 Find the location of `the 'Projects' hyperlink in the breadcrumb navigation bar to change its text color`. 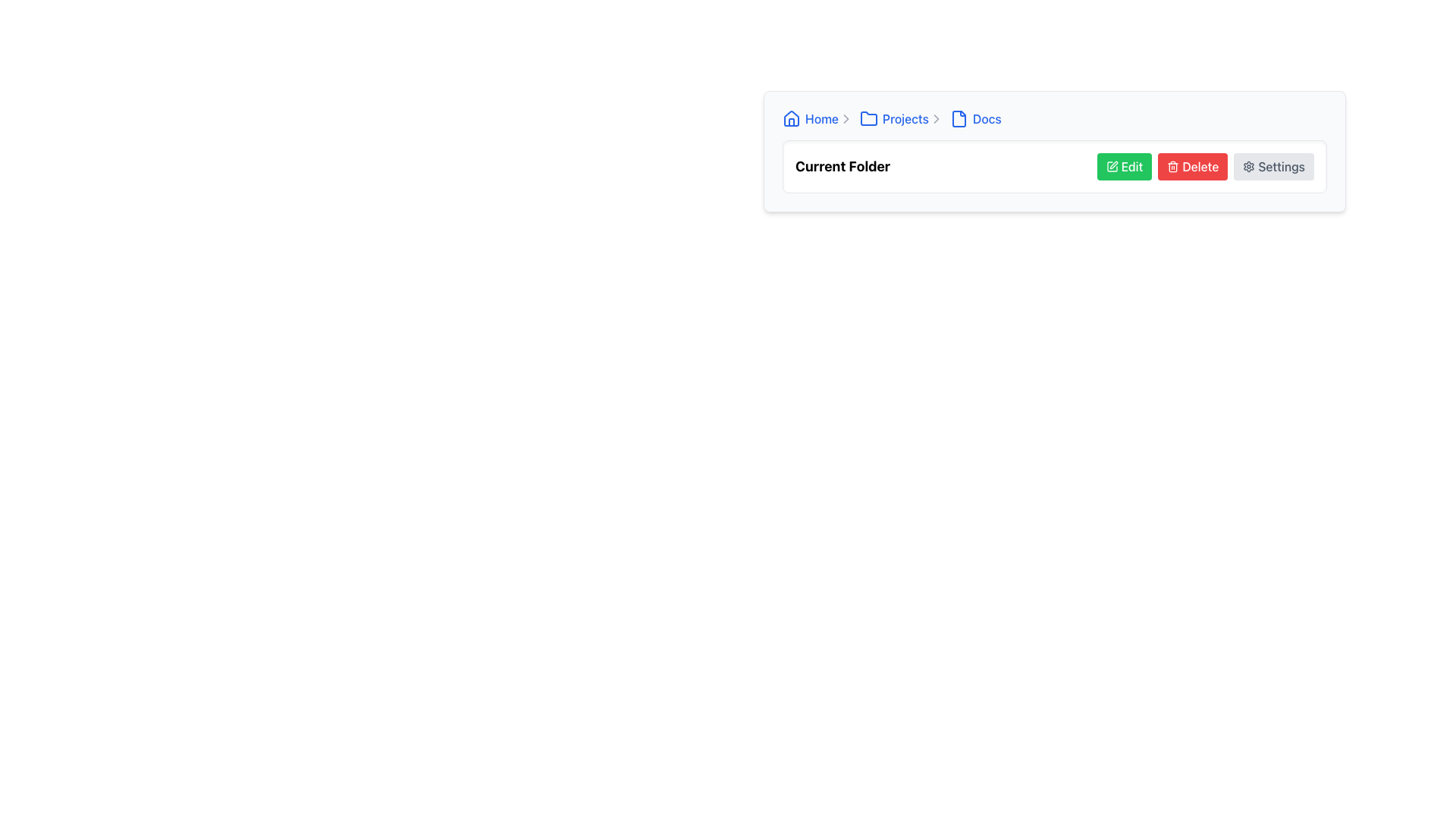

the 'Projects' hyperlink in the breadcrumb navigation bar to change its text color is located at coordinates (894, 118).